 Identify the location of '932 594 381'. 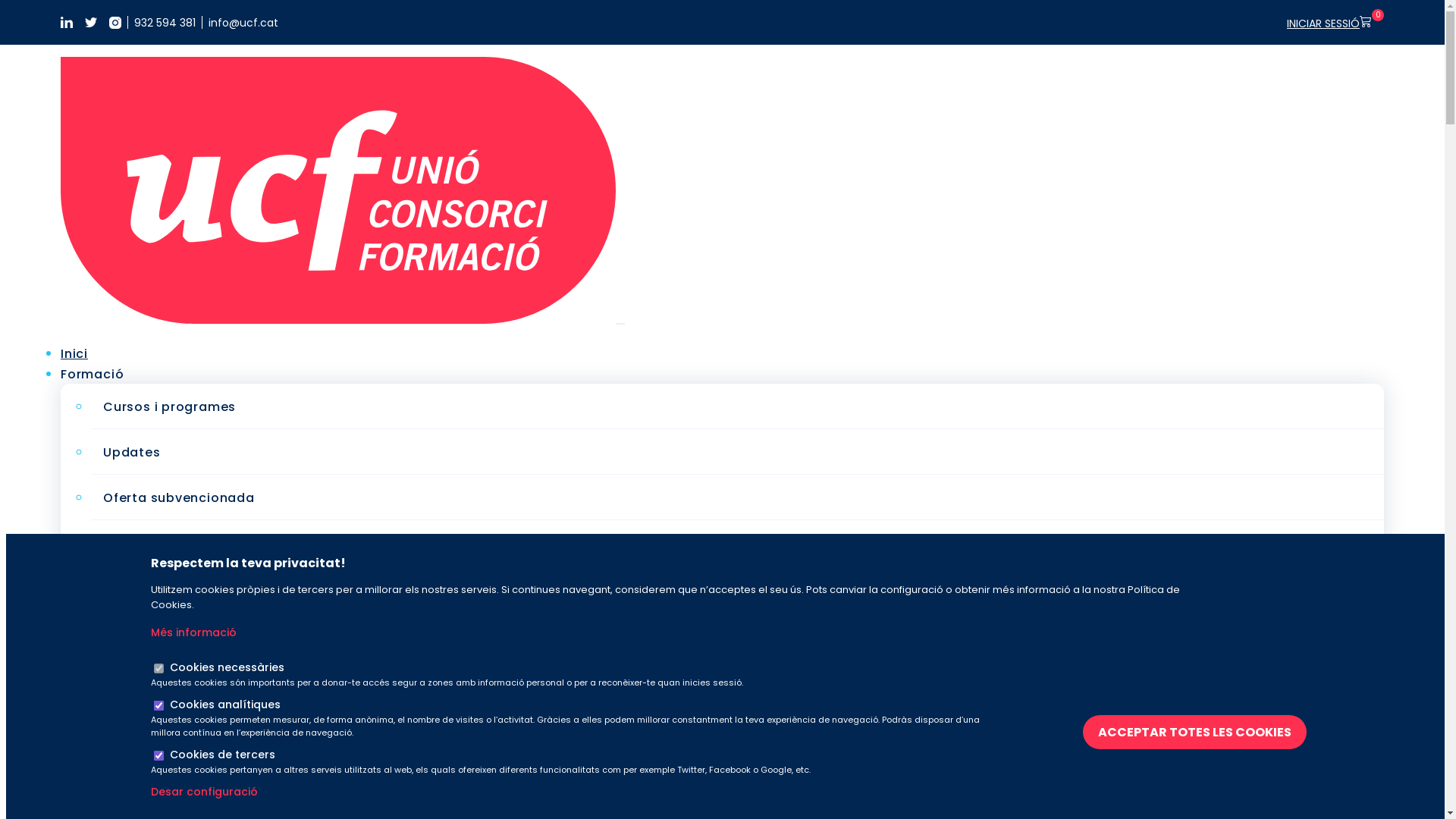
(165, 23).